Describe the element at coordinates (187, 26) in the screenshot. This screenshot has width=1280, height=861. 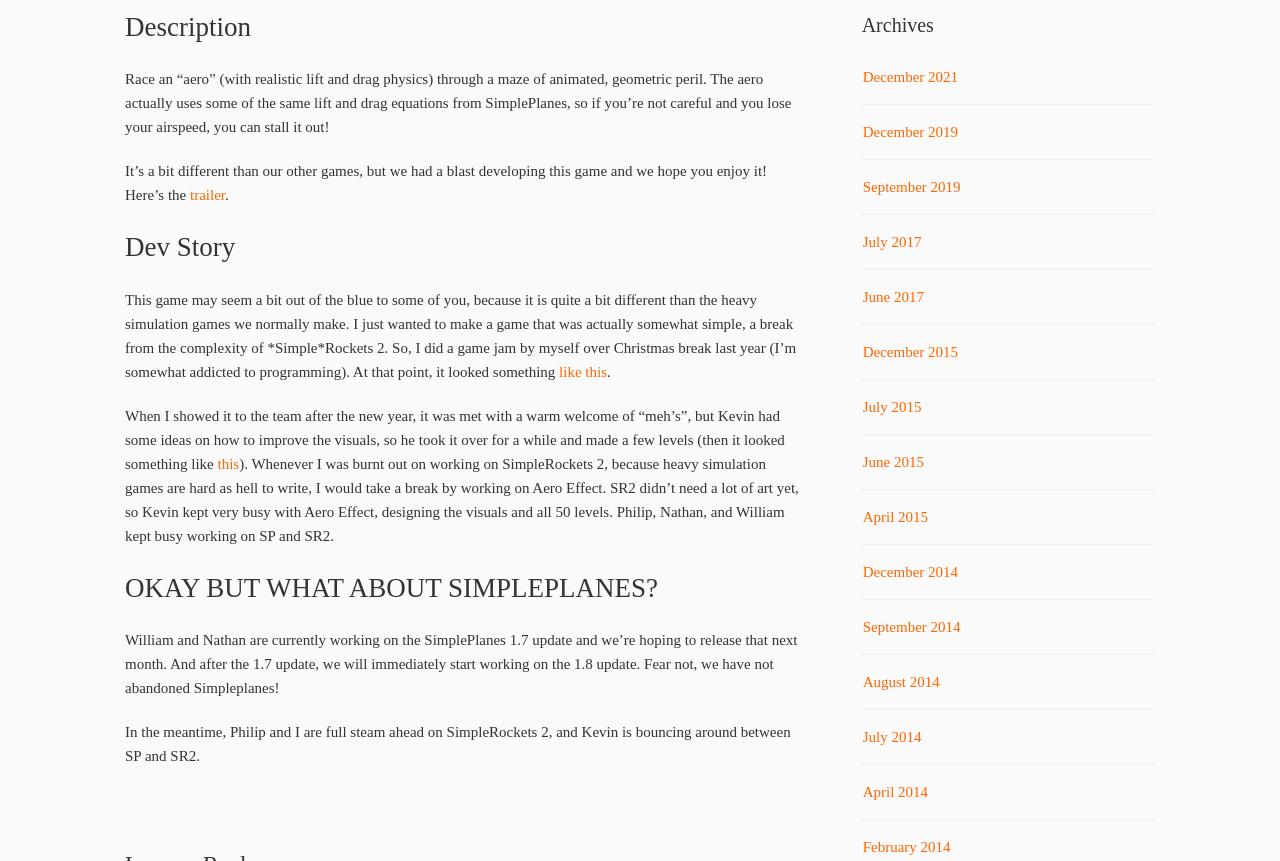
I see `'Description'` at that location.